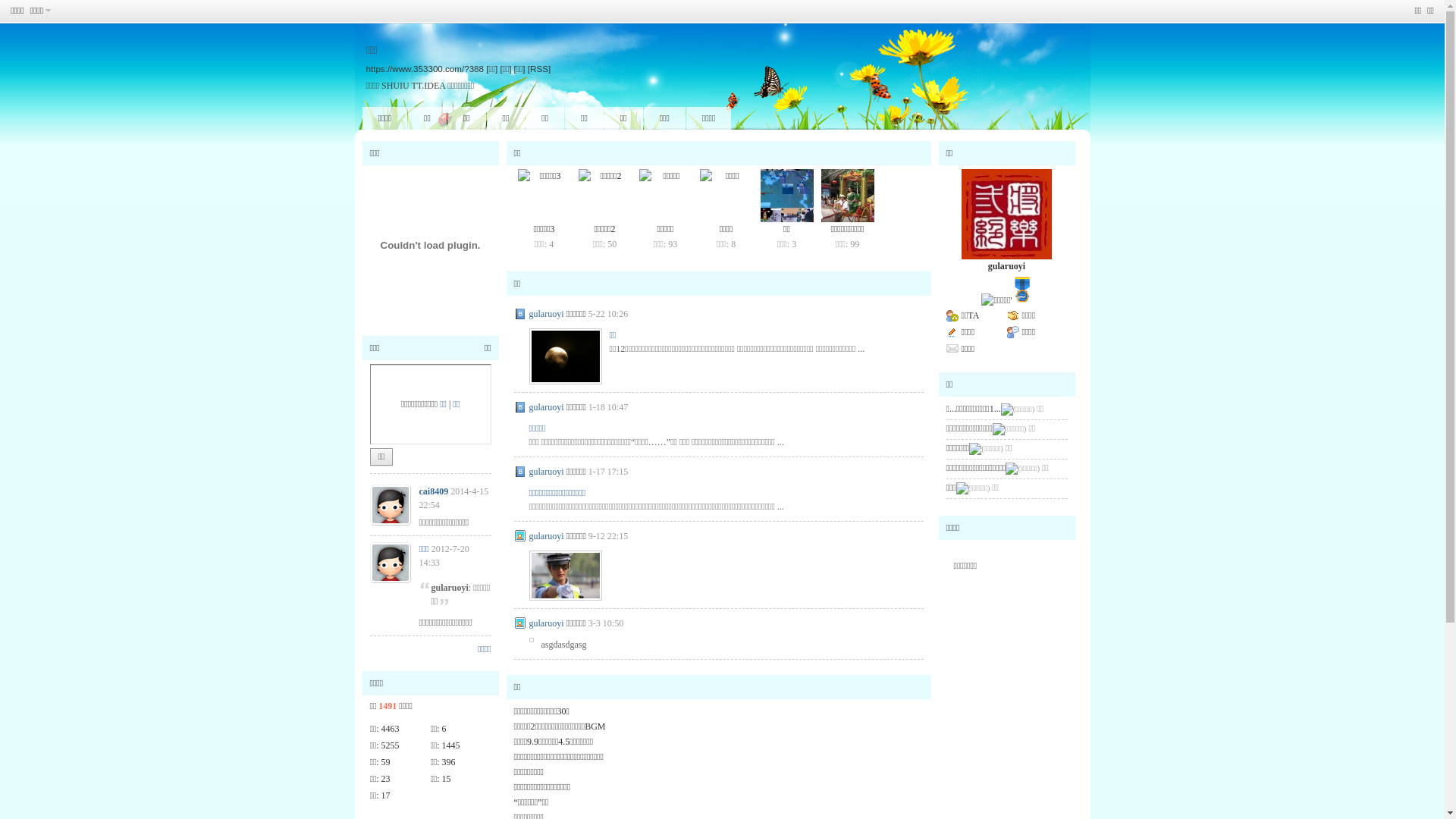 The image size is (1456, 819). What do you see at coordinates (425, 68) in the screenshot?
I see `'https://www.353300.com/?388'` at bounding box center [425, 68].